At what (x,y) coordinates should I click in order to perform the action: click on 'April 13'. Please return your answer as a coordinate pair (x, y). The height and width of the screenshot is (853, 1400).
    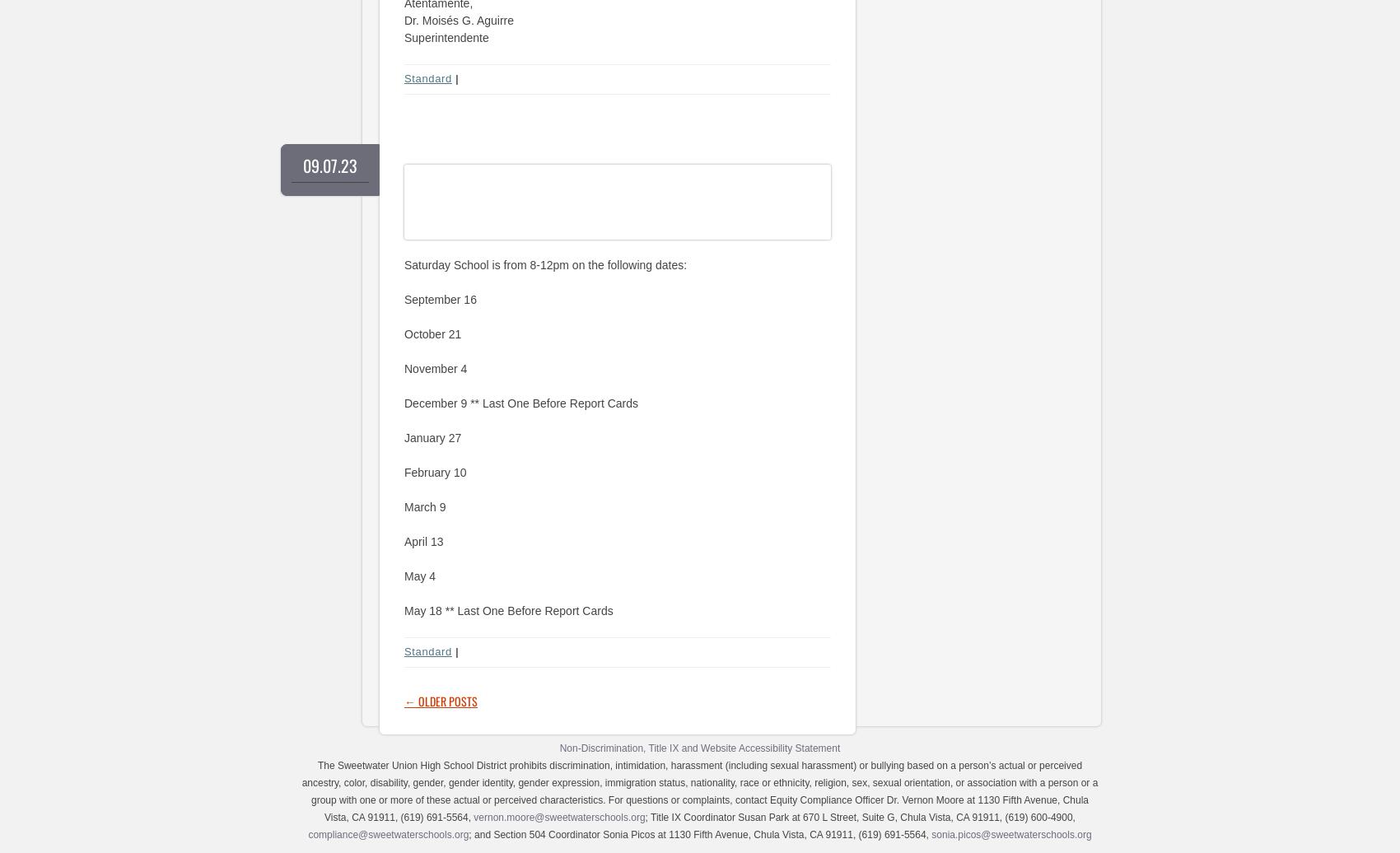
    Looking at the image, I should click on (423, 541).